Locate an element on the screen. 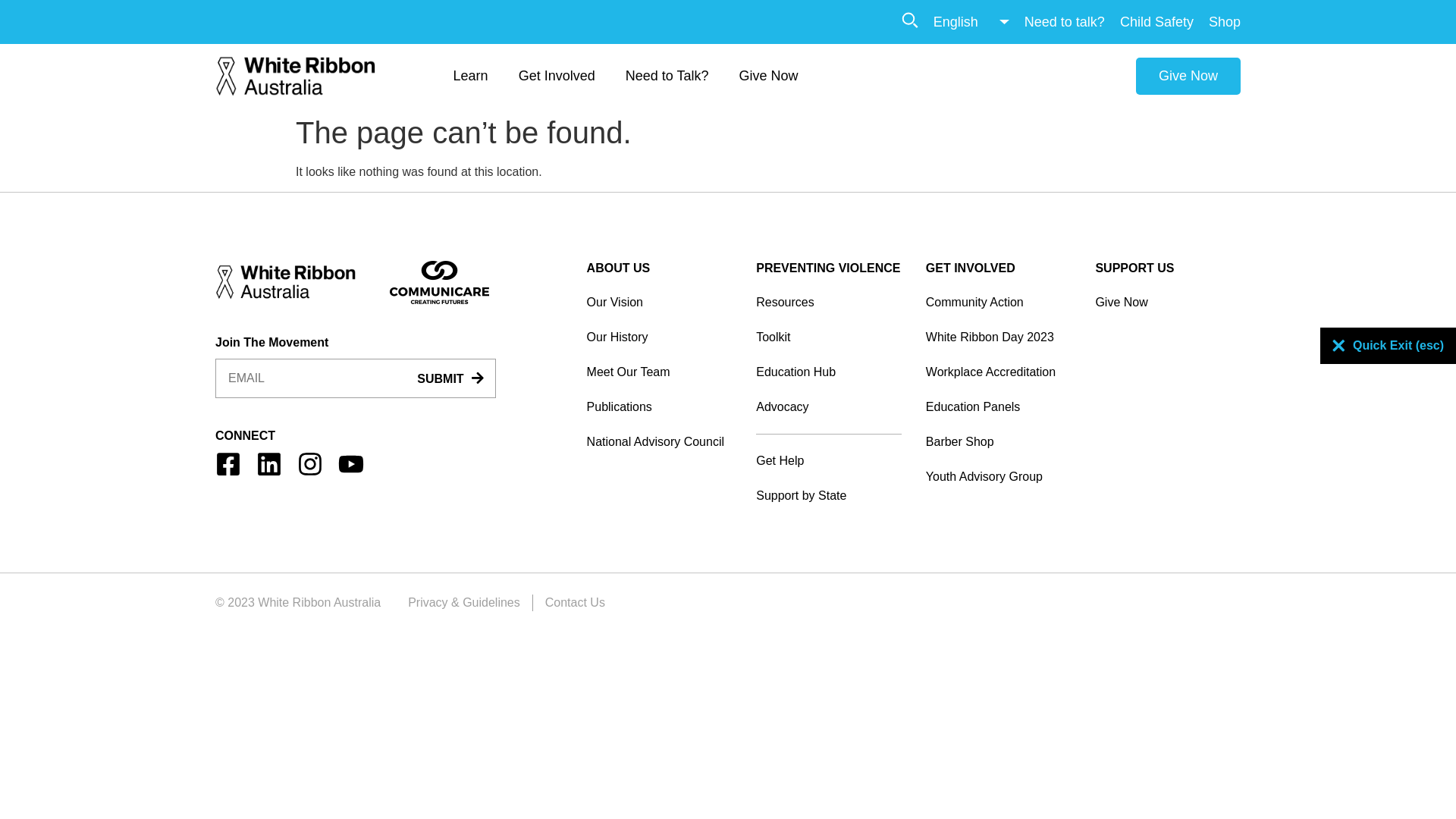 This screenshot has width=1456, height=819. 'Need to talk?' is located at coordinates (1063, 21).